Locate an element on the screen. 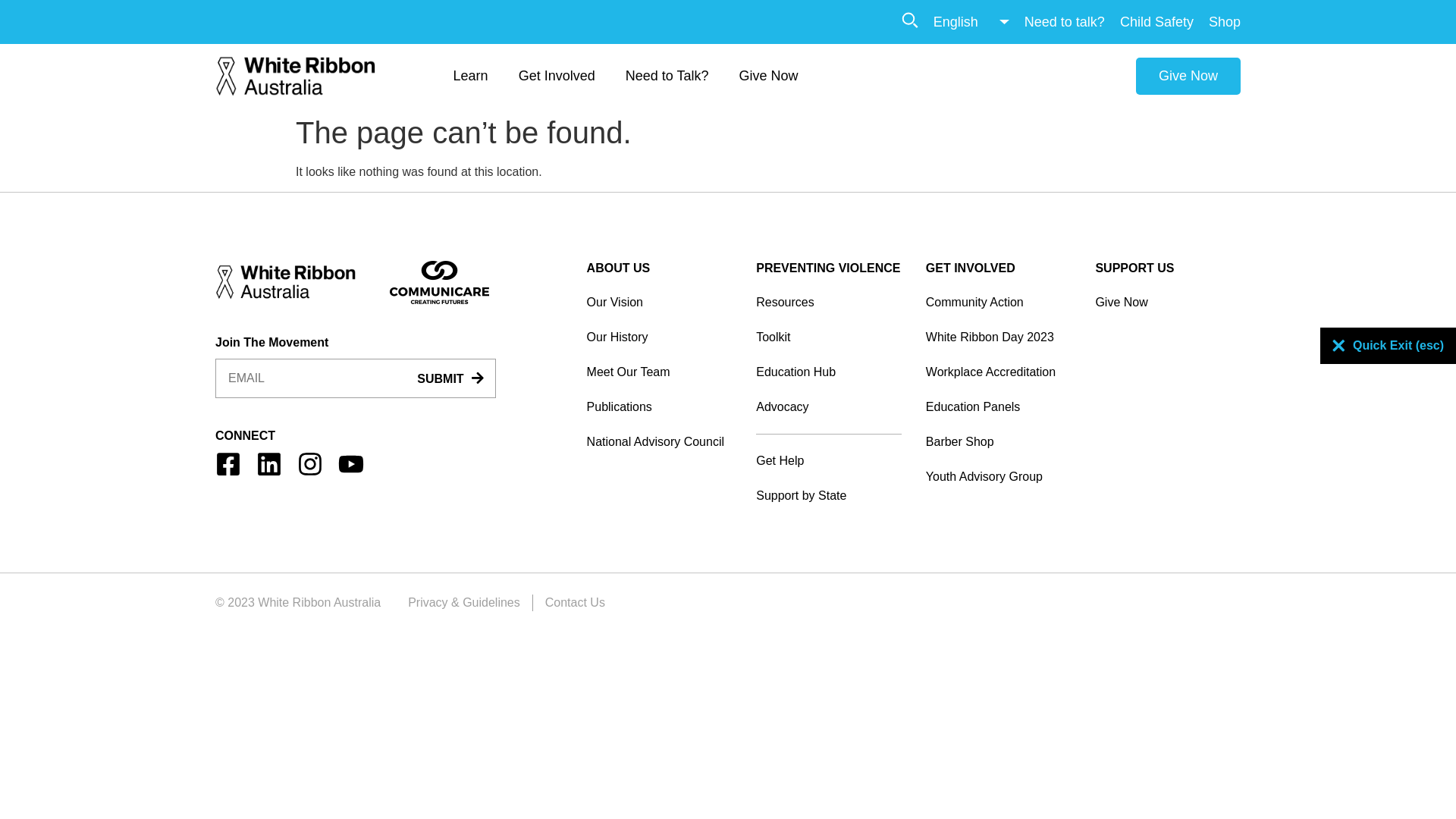 This screenshot has width=1456, height=819. 'Need to talk?' is located at coordinates (1063, 21).